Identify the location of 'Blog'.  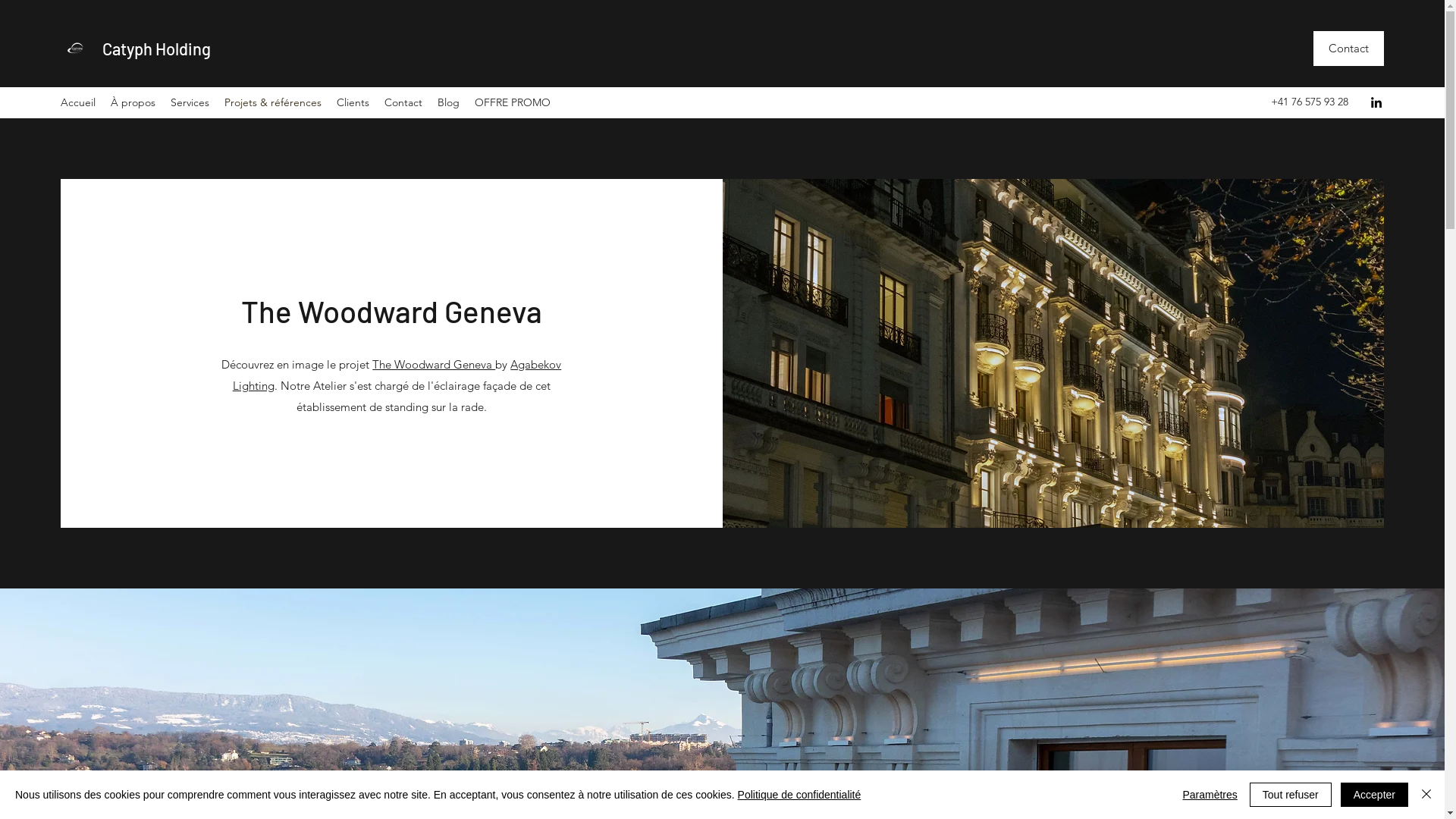
(447, 102).